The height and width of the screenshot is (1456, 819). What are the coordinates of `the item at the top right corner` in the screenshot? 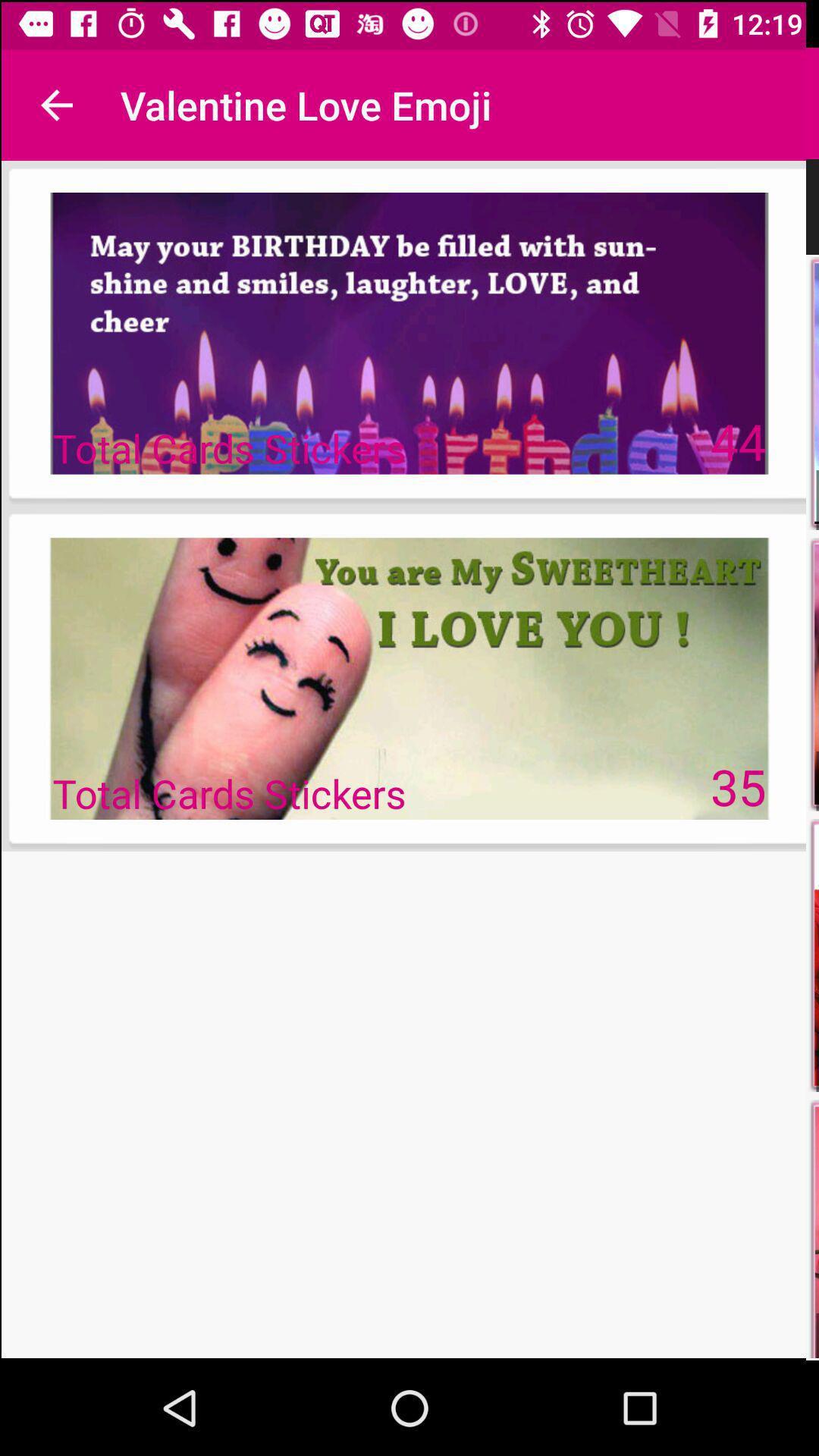 It's located at (739, 439).